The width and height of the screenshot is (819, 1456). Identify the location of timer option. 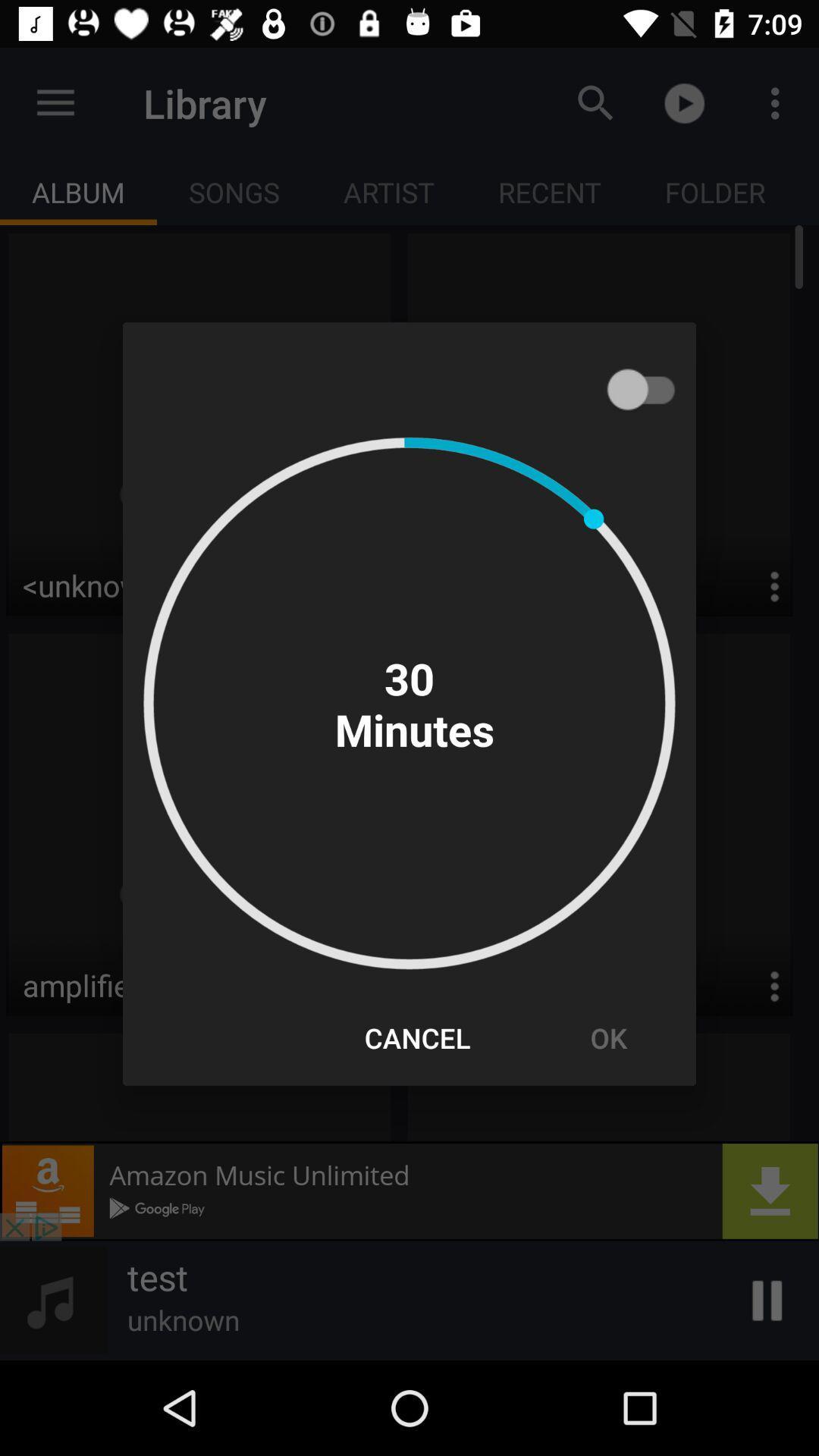
(648, 389).